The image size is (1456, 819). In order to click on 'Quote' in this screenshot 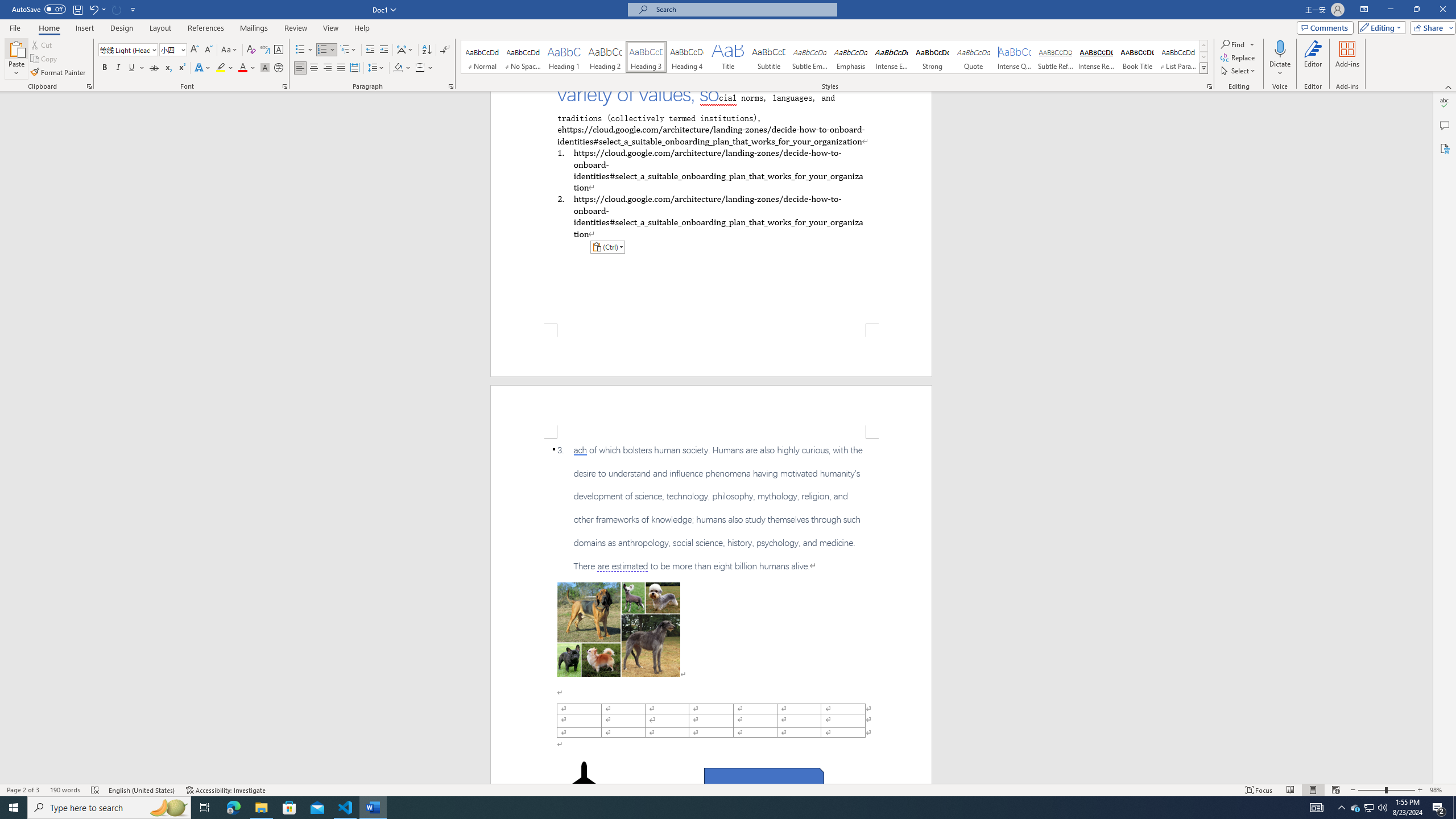, I will do `click(974, 56)`.